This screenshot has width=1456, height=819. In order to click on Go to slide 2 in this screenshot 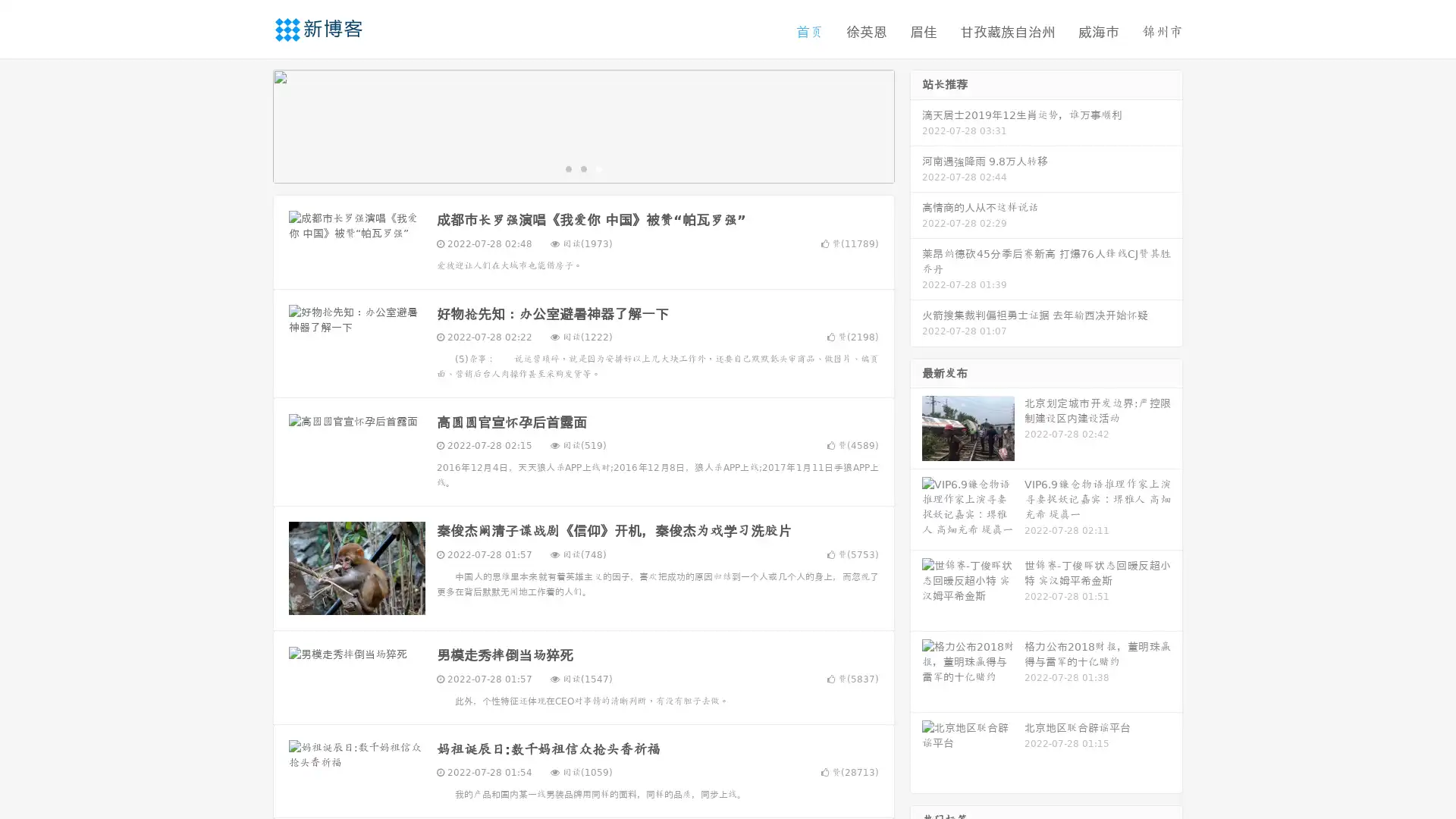, I will do `click(582, 171)`.